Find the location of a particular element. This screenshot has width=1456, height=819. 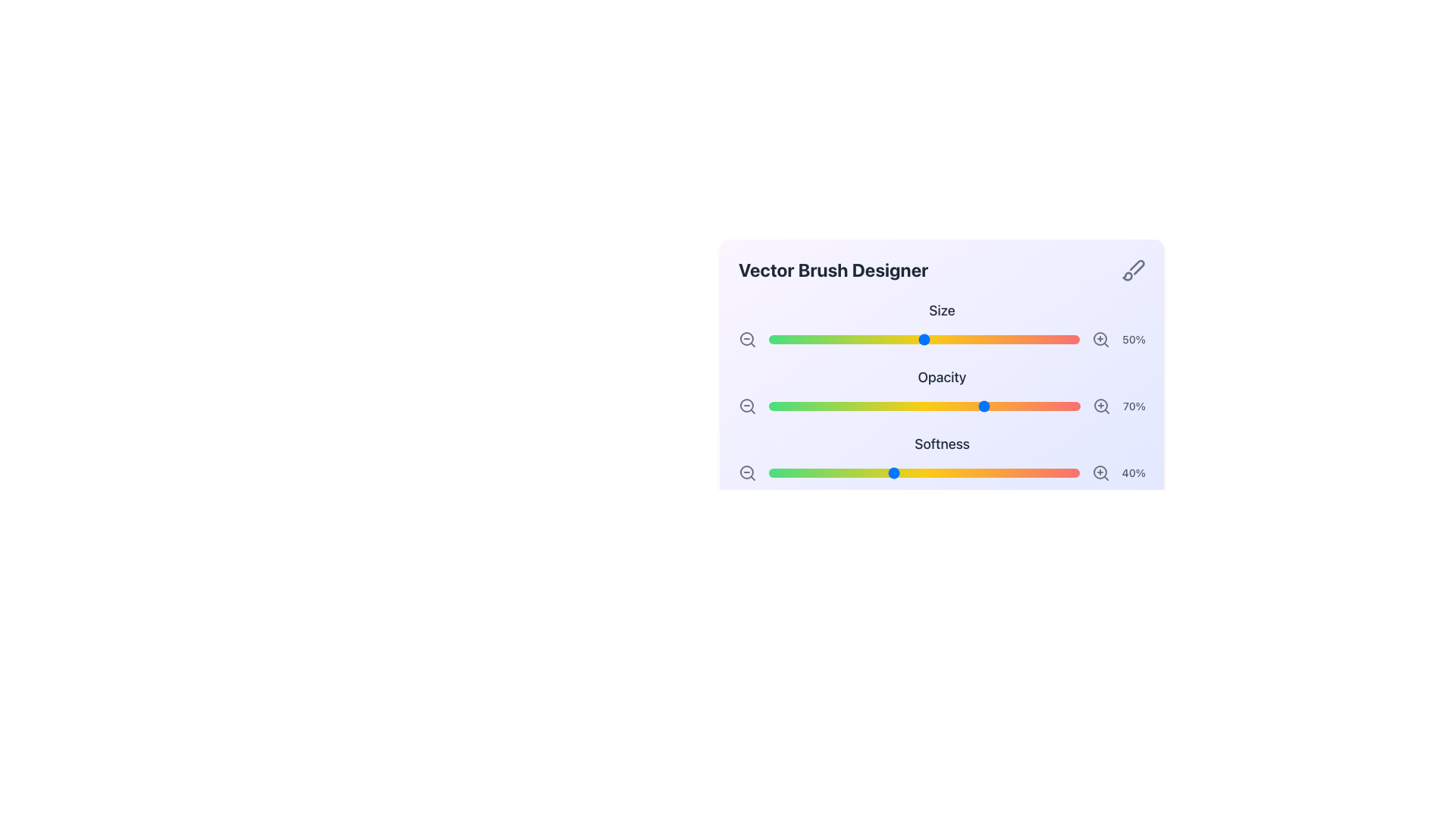

opacity is located at coordinates (964, 406).